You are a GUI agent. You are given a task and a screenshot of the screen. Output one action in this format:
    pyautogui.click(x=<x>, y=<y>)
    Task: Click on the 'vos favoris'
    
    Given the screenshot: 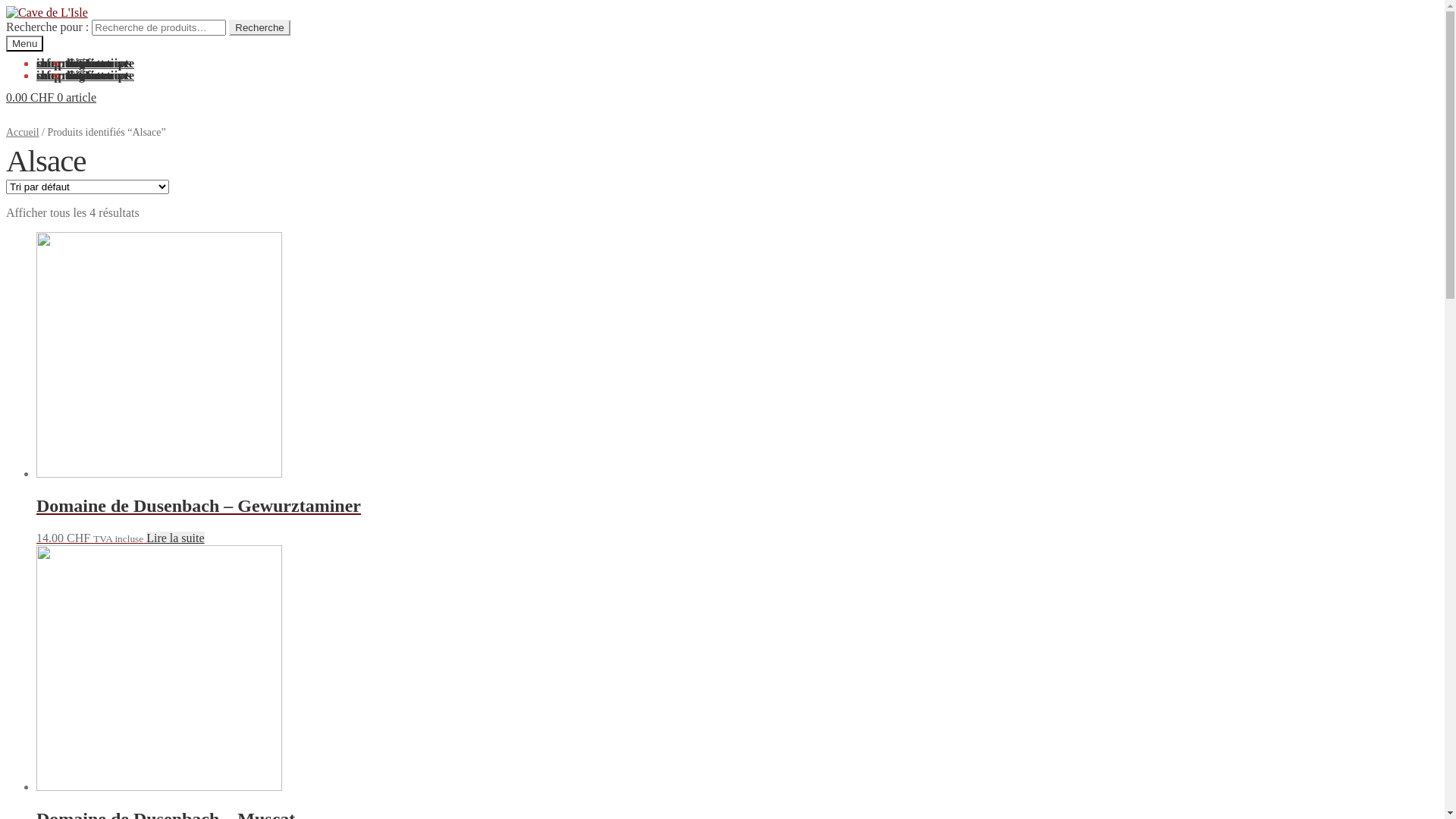 What is the action you would take?
    pyautogui.click(x=65, y=75)
    